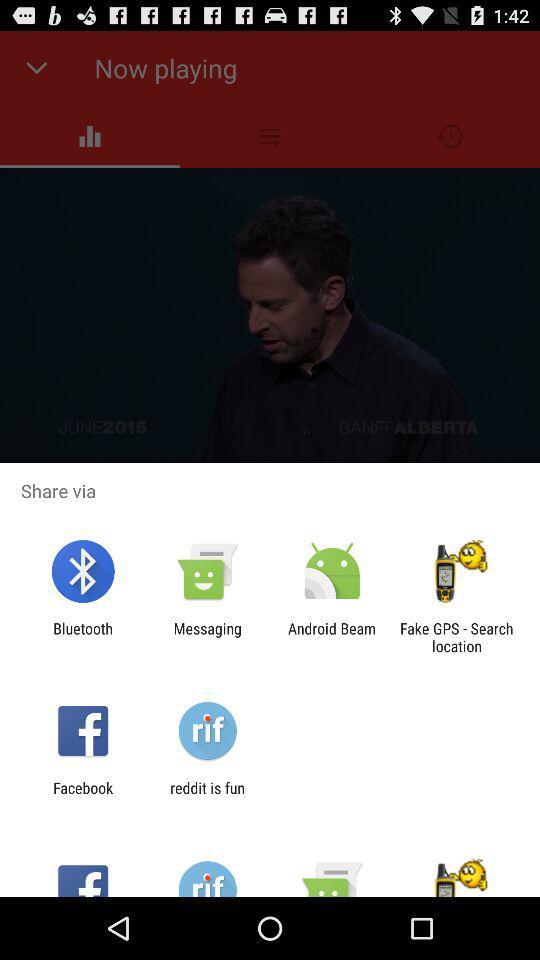 Image resolution: width=540 pixels, height=960 pixels. What do you see at coordinates (332, 636) in the screenshot?
I see `item to the left of fake gps search app` at bounding box center [332, 636].